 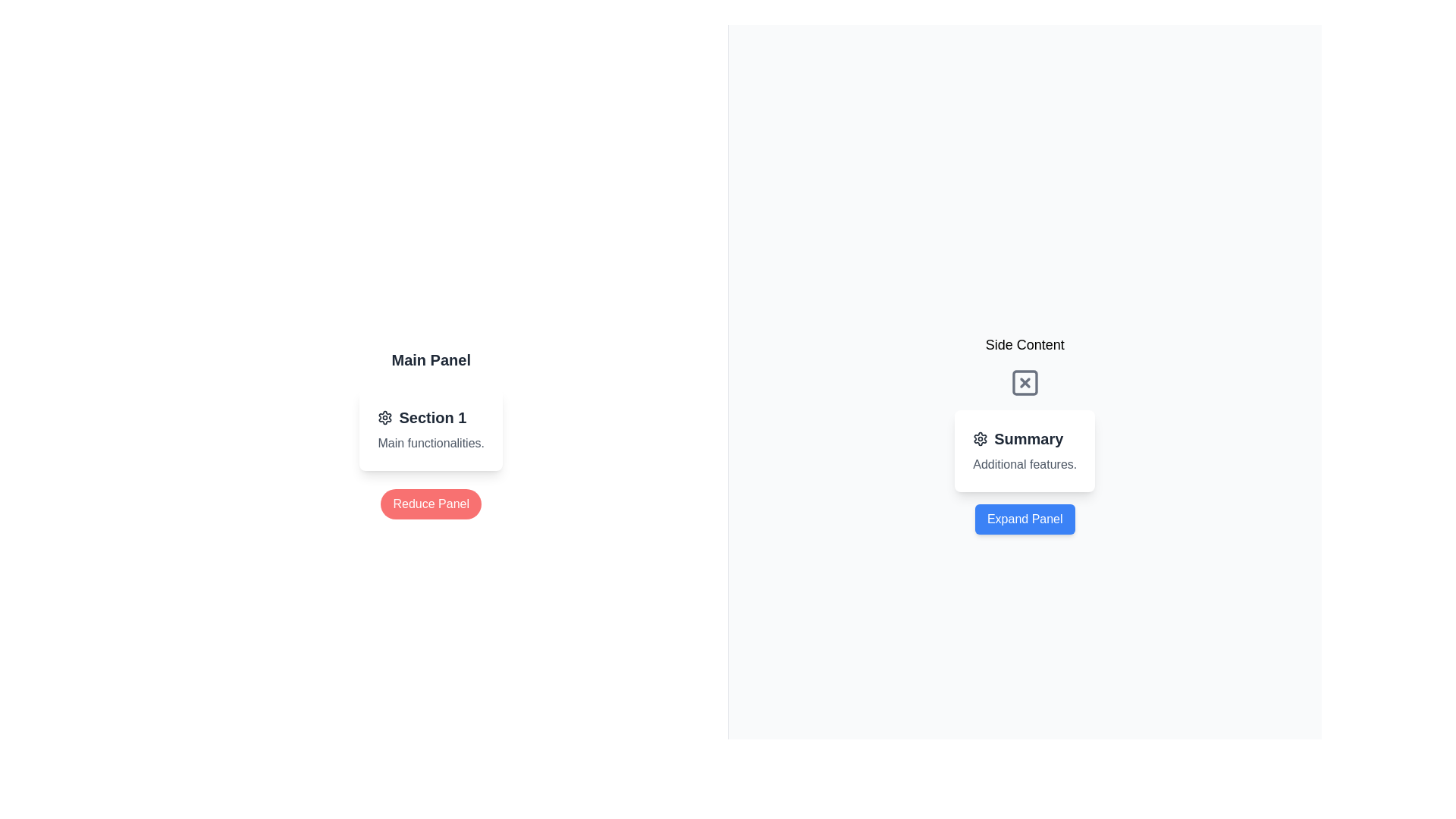 I want to click on the Text header element, which serves as a title for a grouped section of features and is located in the 'Side Content' section of the interface, above the 'Additional features' description and the 'Expand Panel' button, so click(x=1018, y=438).